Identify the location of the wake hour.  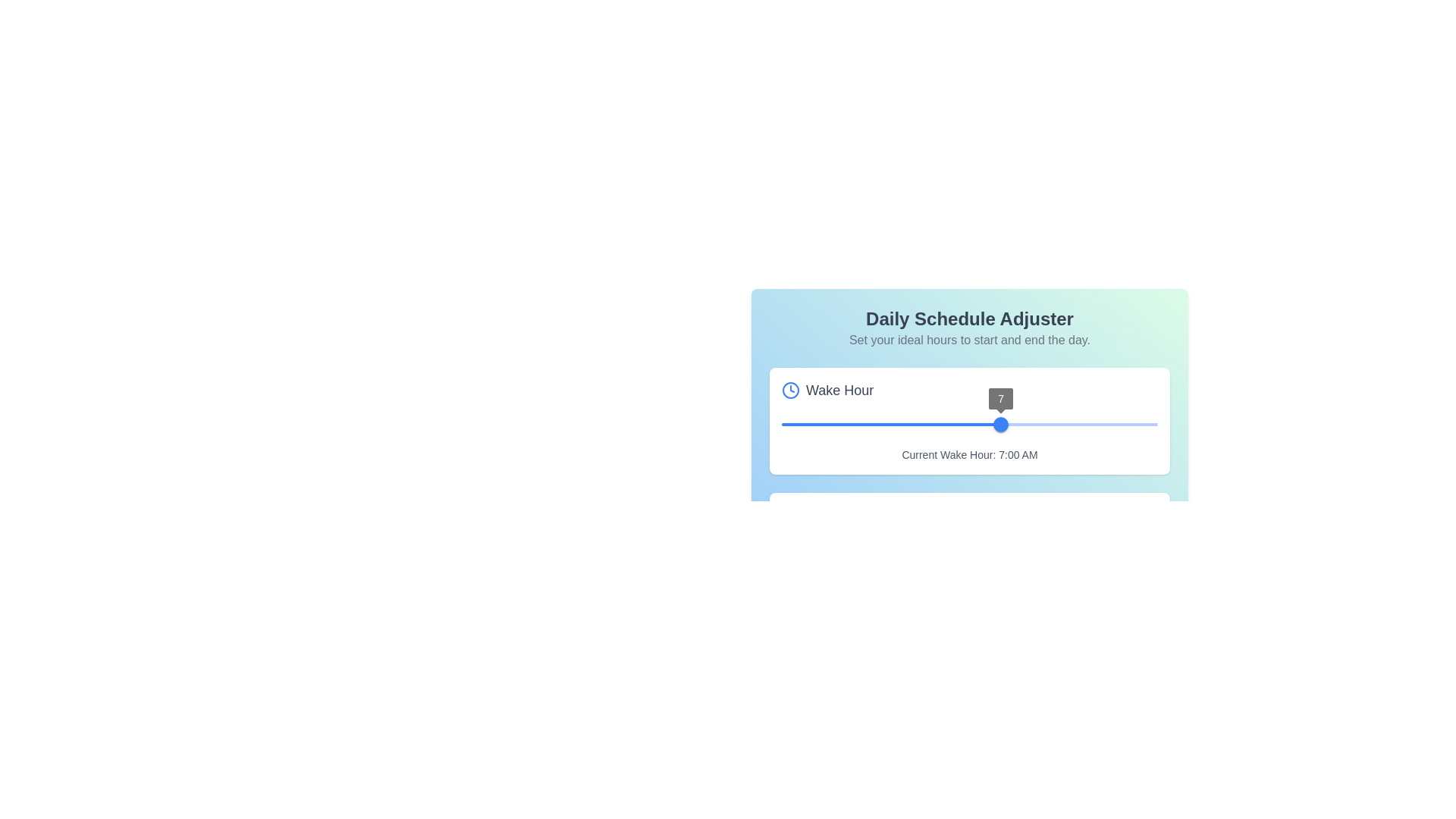
(922, 550).